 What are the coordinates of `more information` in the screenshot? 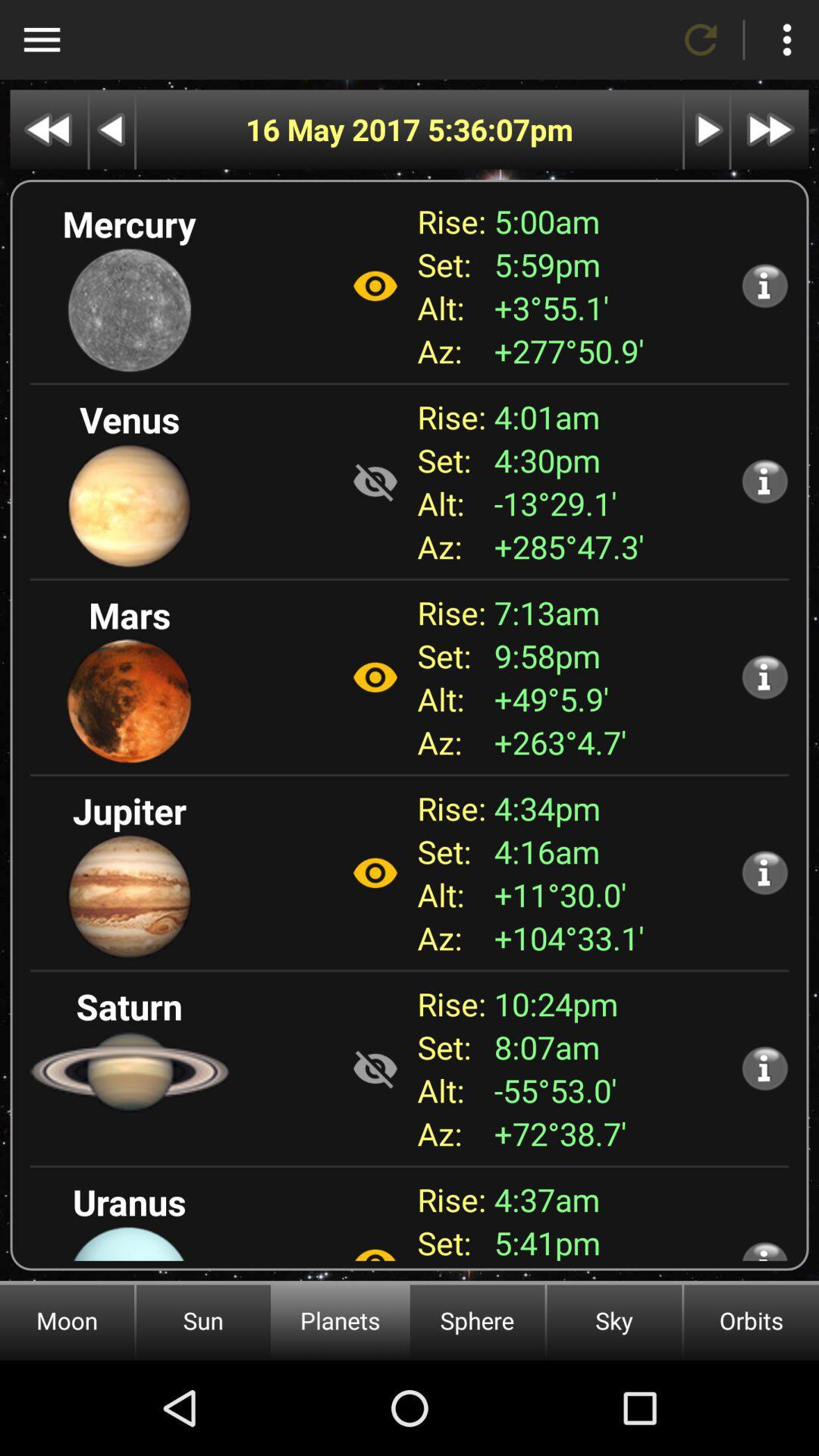 It's located at (764, 1067).